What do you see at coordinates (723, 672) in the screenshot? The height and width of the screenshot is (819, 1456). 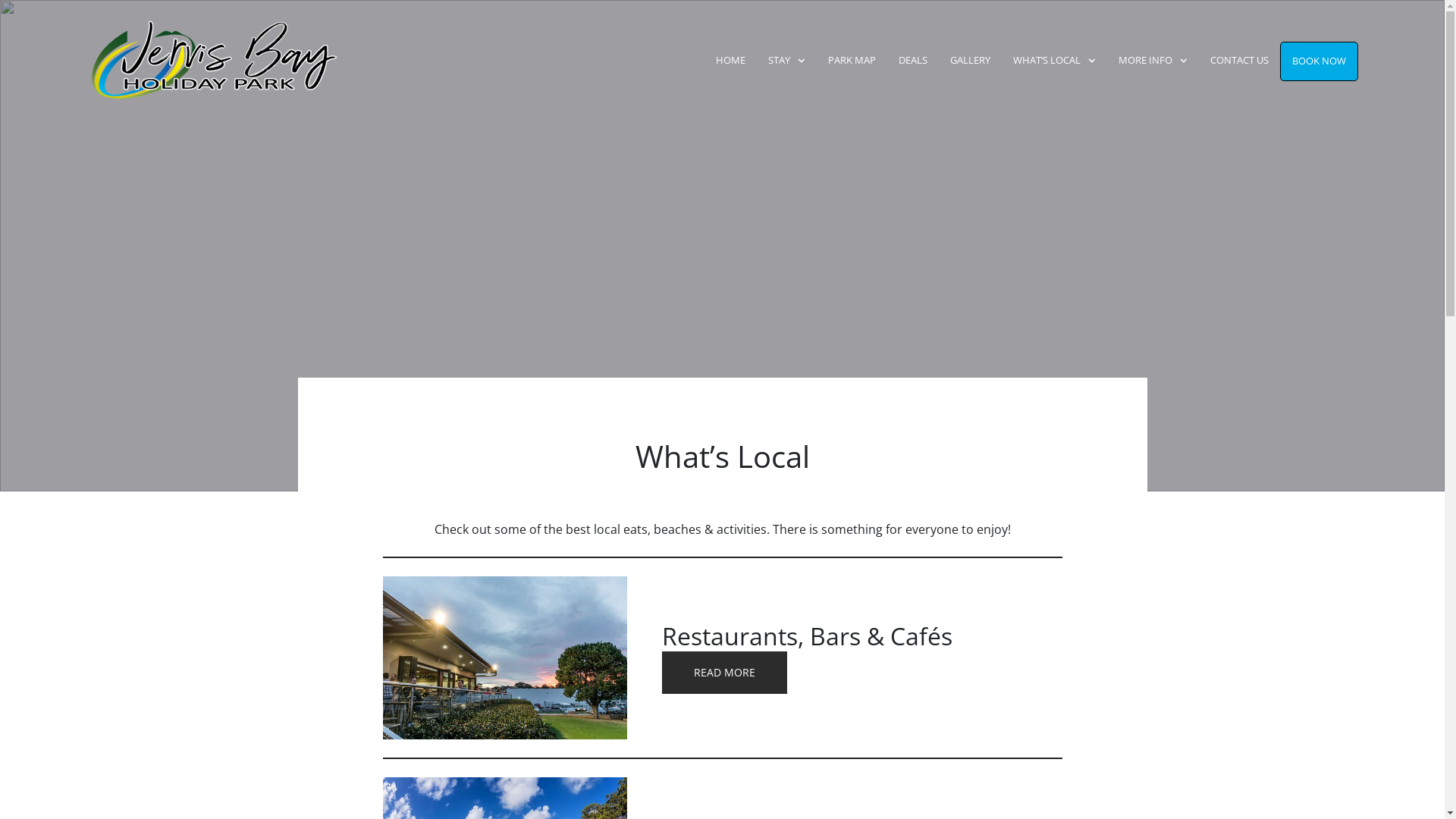 I see `'READ MORE'` at bounding box center [723, 672].